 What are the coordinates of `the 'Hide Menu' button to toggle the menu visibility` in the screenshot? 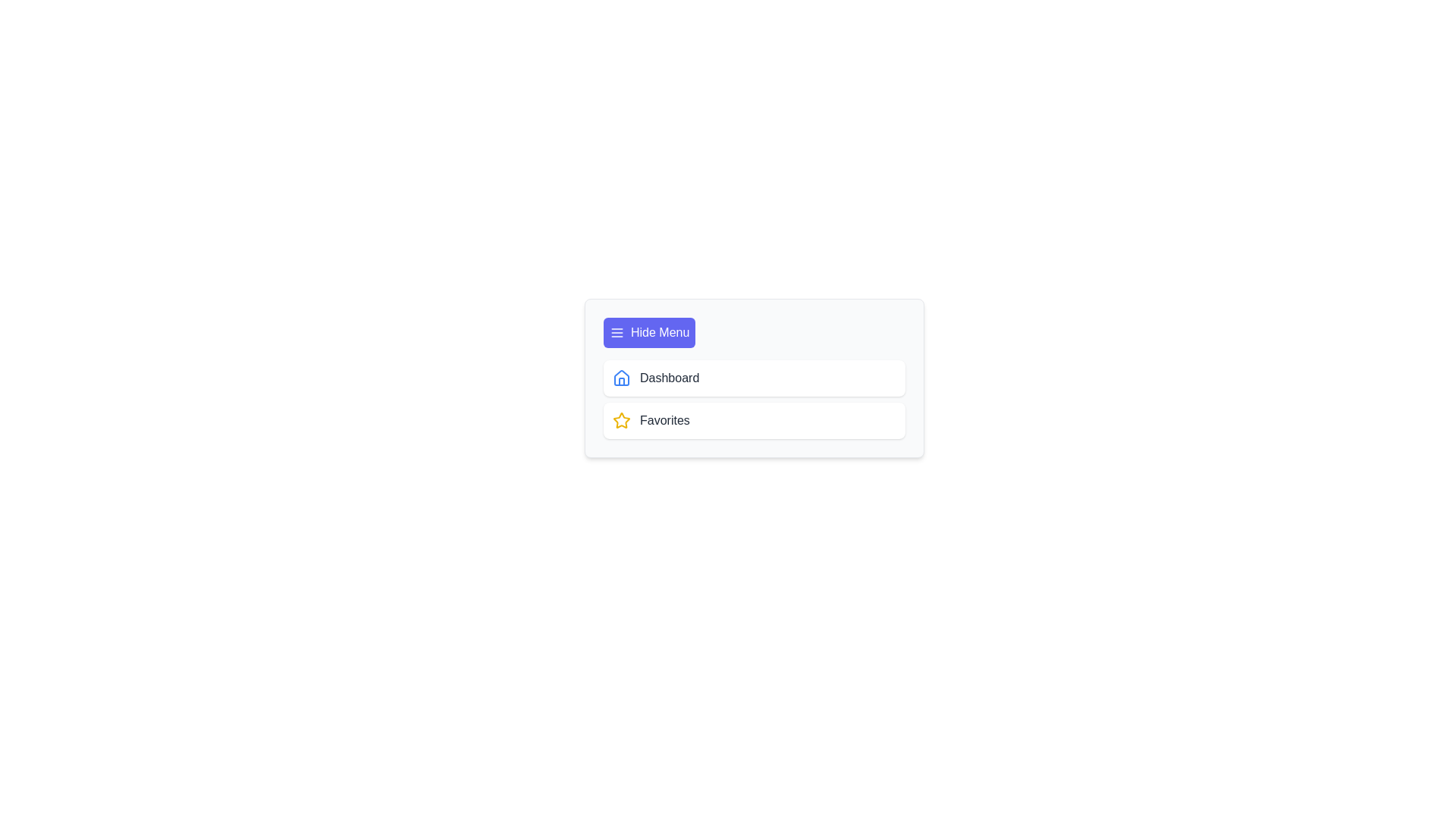 It's located at (648, 332).